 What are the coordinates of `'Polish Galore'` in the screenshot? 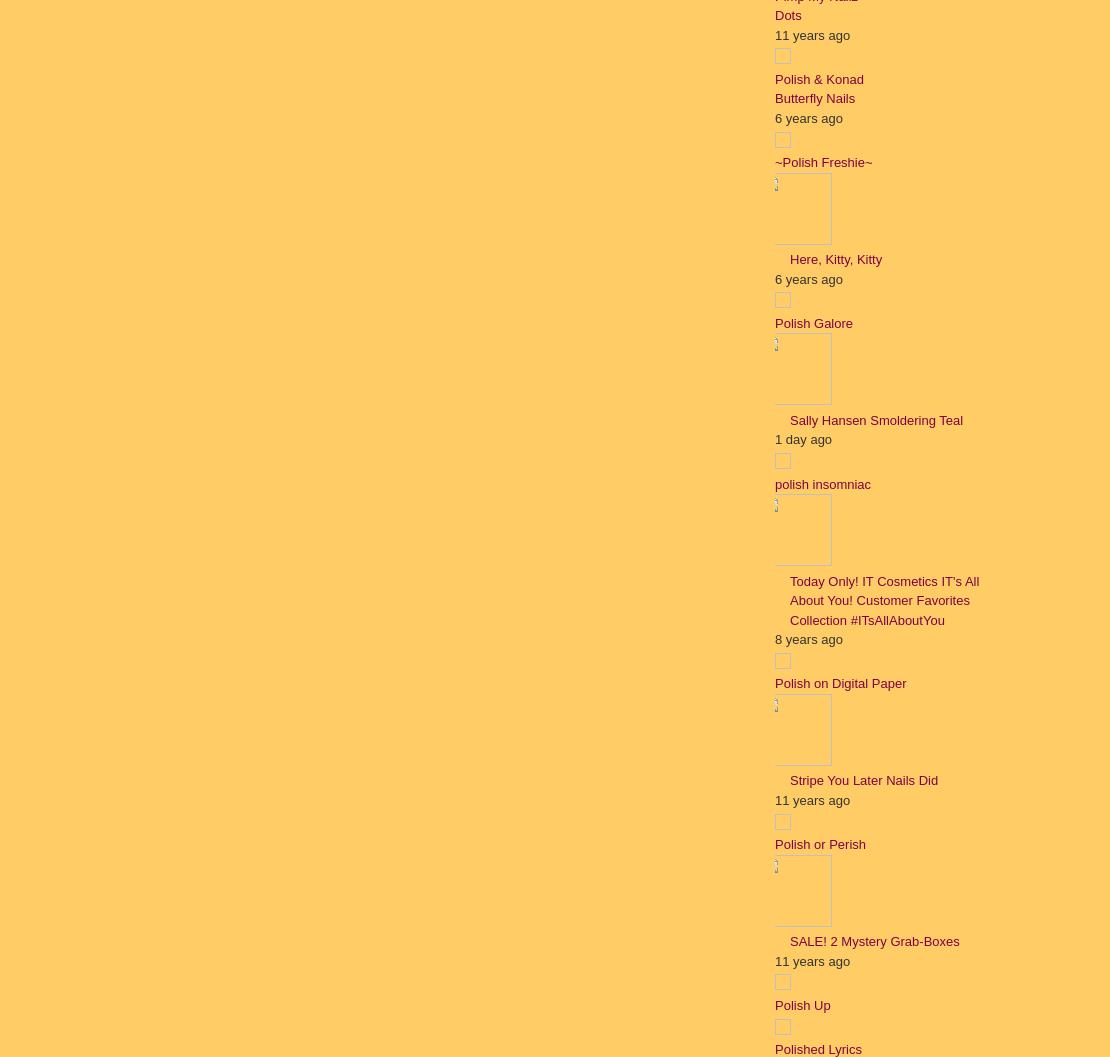 It's located at (774, 322).